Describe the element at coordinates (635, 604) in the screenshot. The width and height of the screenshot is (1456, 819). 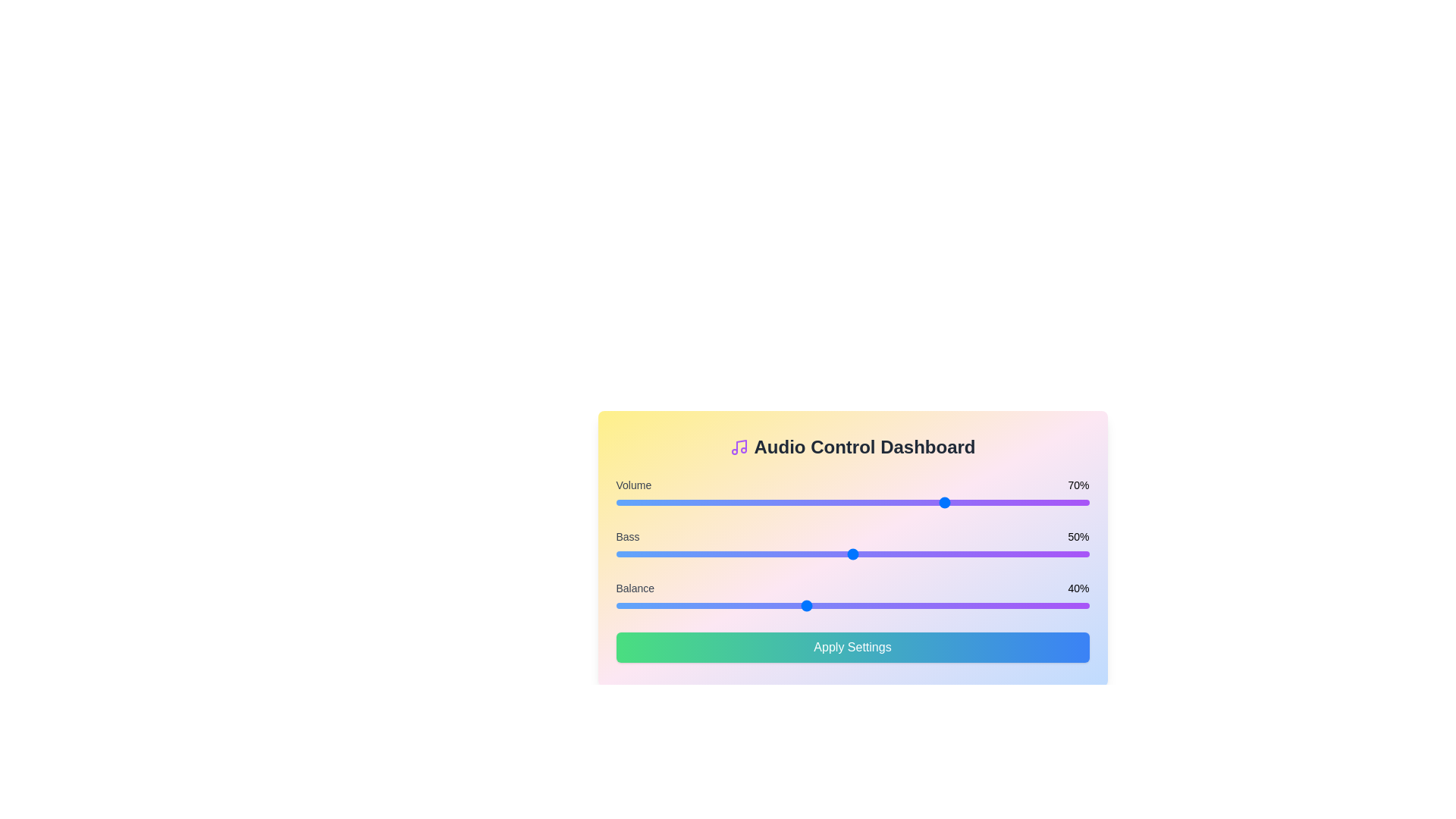
I see `balance` at that location.